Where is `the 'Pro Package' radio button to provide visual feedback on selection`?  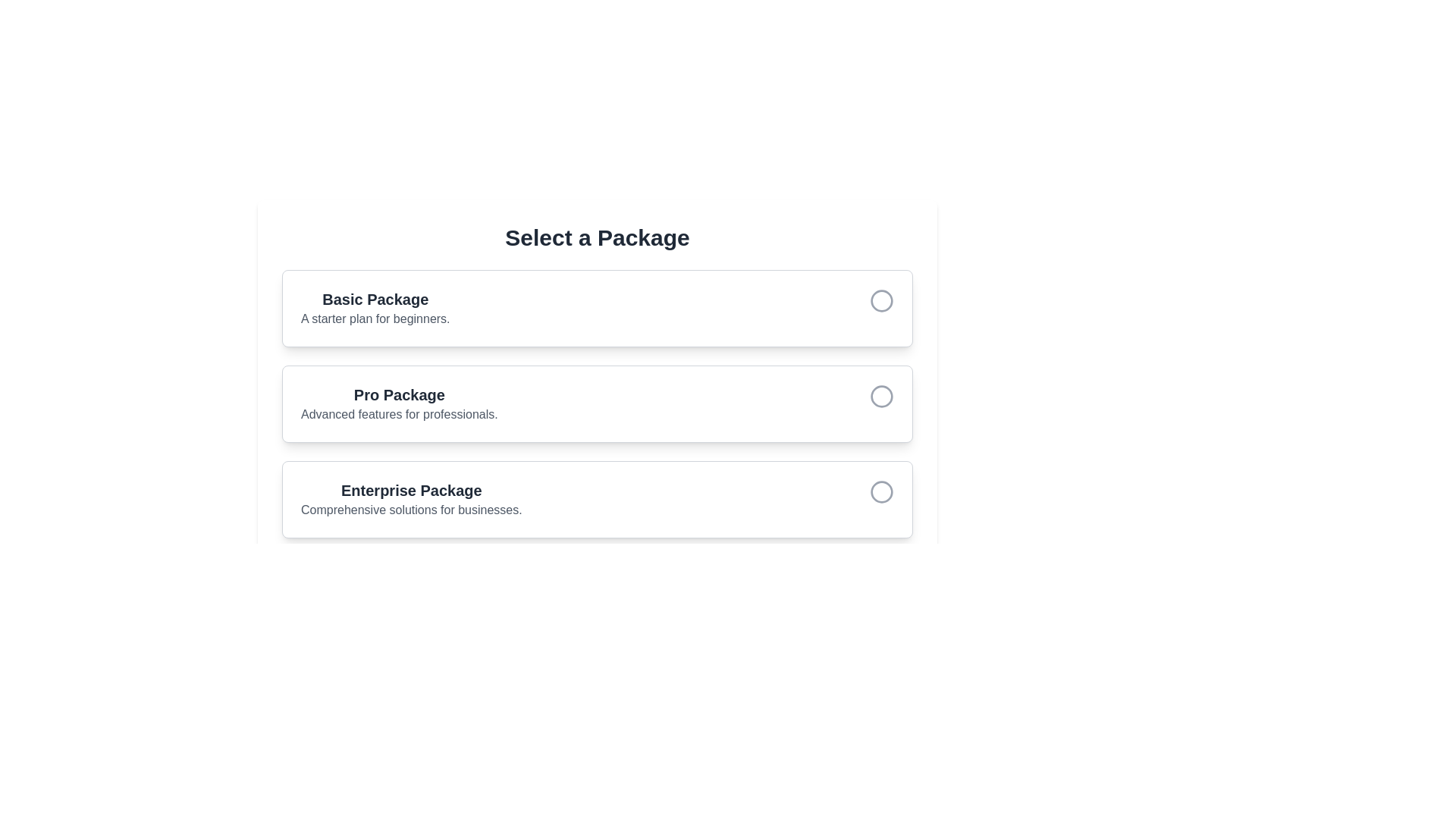
the 'Pro Package' radio button to provide visual feedback on selection is located at coordinates (881, 394).